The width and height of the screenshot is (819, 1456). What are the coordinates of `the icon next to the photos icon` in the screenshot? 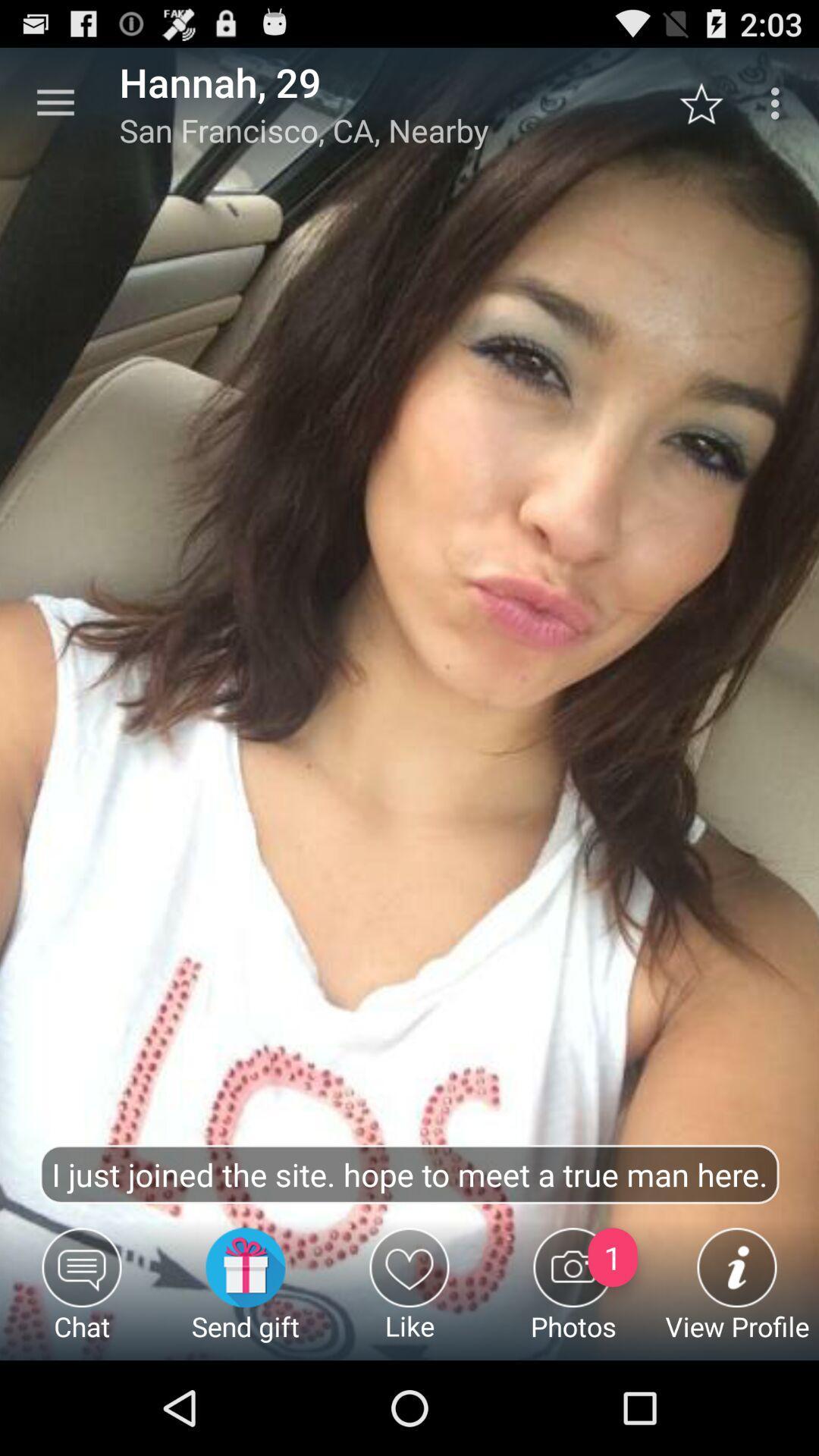 It's located at (409, 1293).